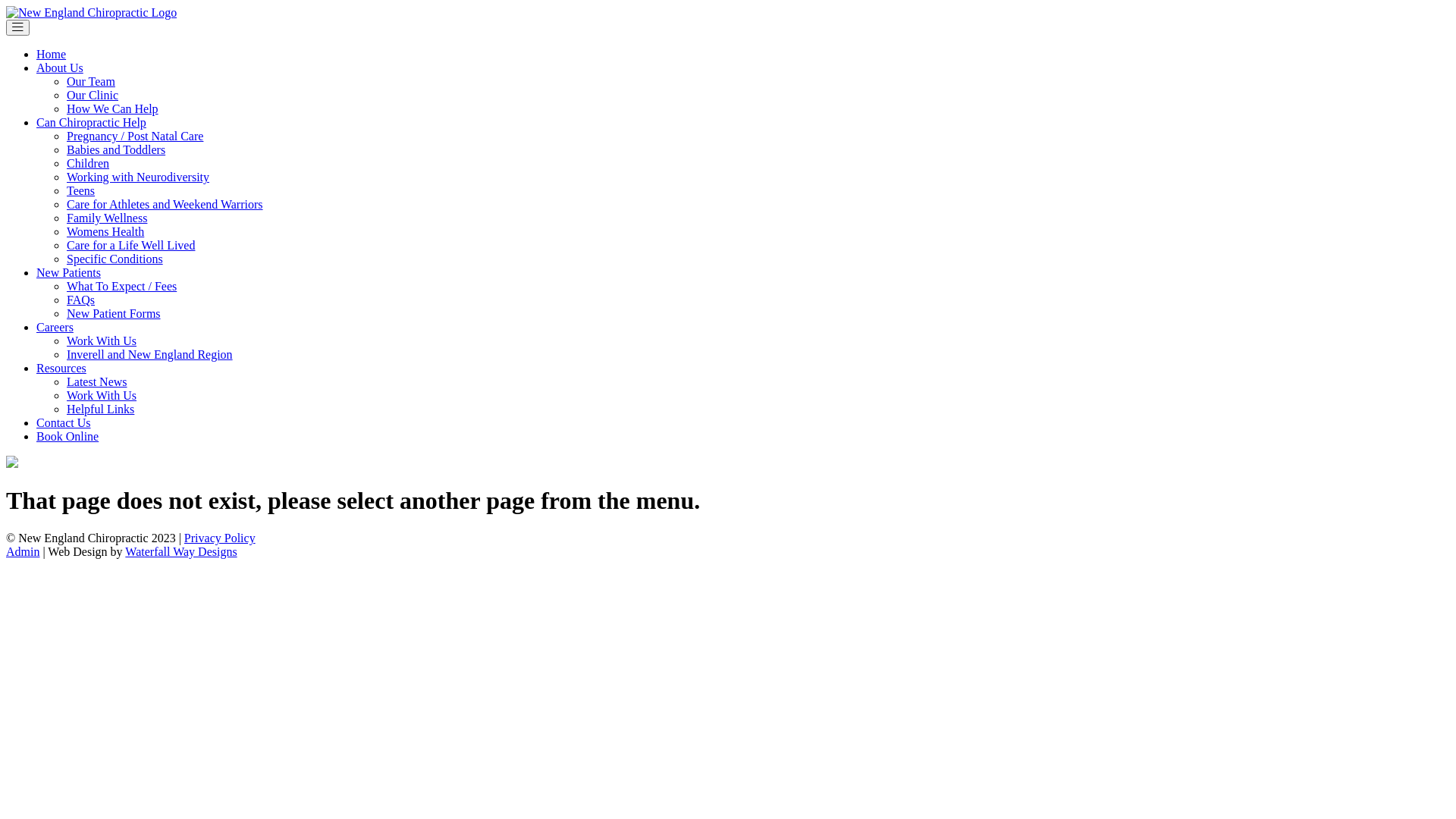 Image resolution: width=1456 pixels, height=819 pixels. Describe the element at coordinates (121, 286) in the screenshot. I see `'What To Expect / Fees'` at that location.